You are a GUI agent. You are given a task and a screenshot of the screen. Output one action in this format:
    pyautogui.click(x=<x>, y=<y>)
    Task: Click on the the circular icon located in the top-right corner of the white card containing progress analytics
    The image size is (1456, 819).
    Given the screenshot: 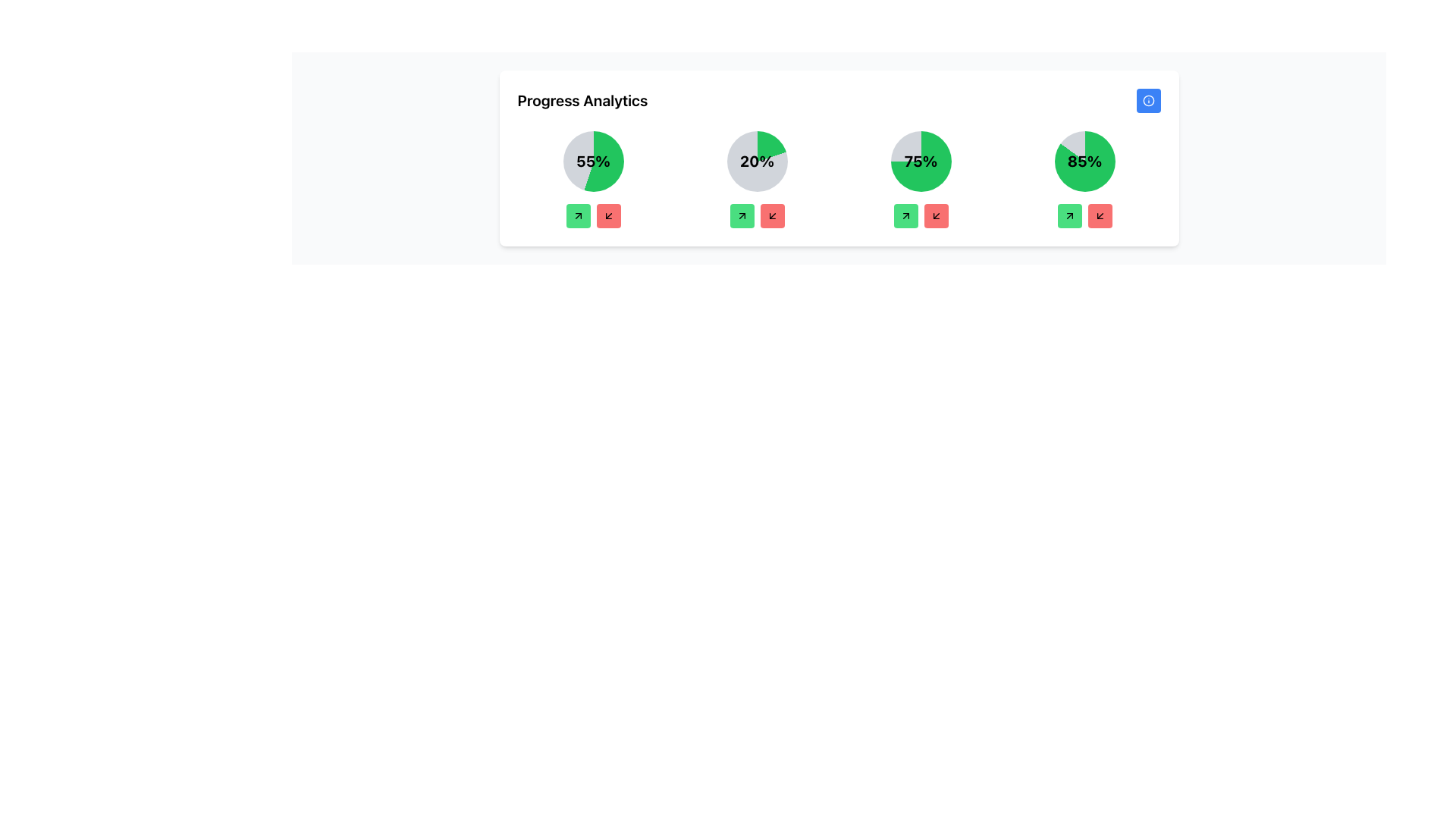 What is the action you would take?
    pyautogui.click(x=1148, y=100)
    